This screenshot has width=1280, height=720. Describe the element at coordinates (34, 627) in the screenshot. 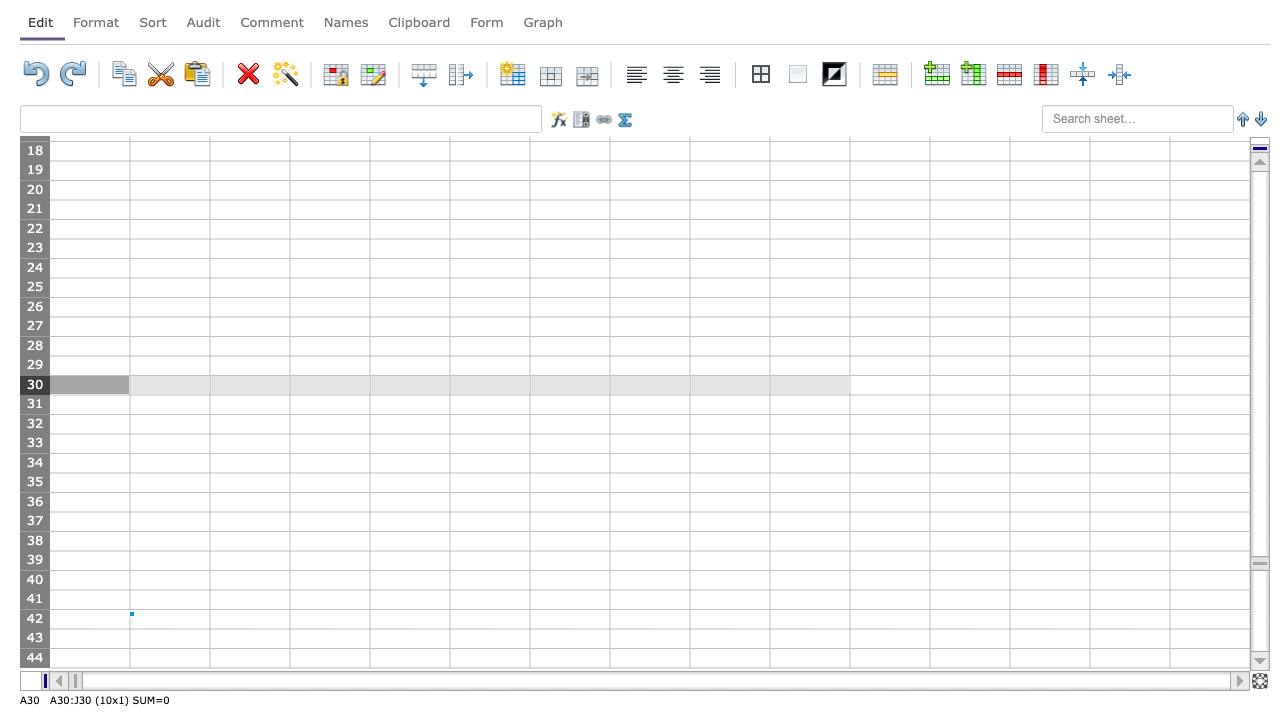

I see `Move cursor to the bottom border of row 42 header` at that location.